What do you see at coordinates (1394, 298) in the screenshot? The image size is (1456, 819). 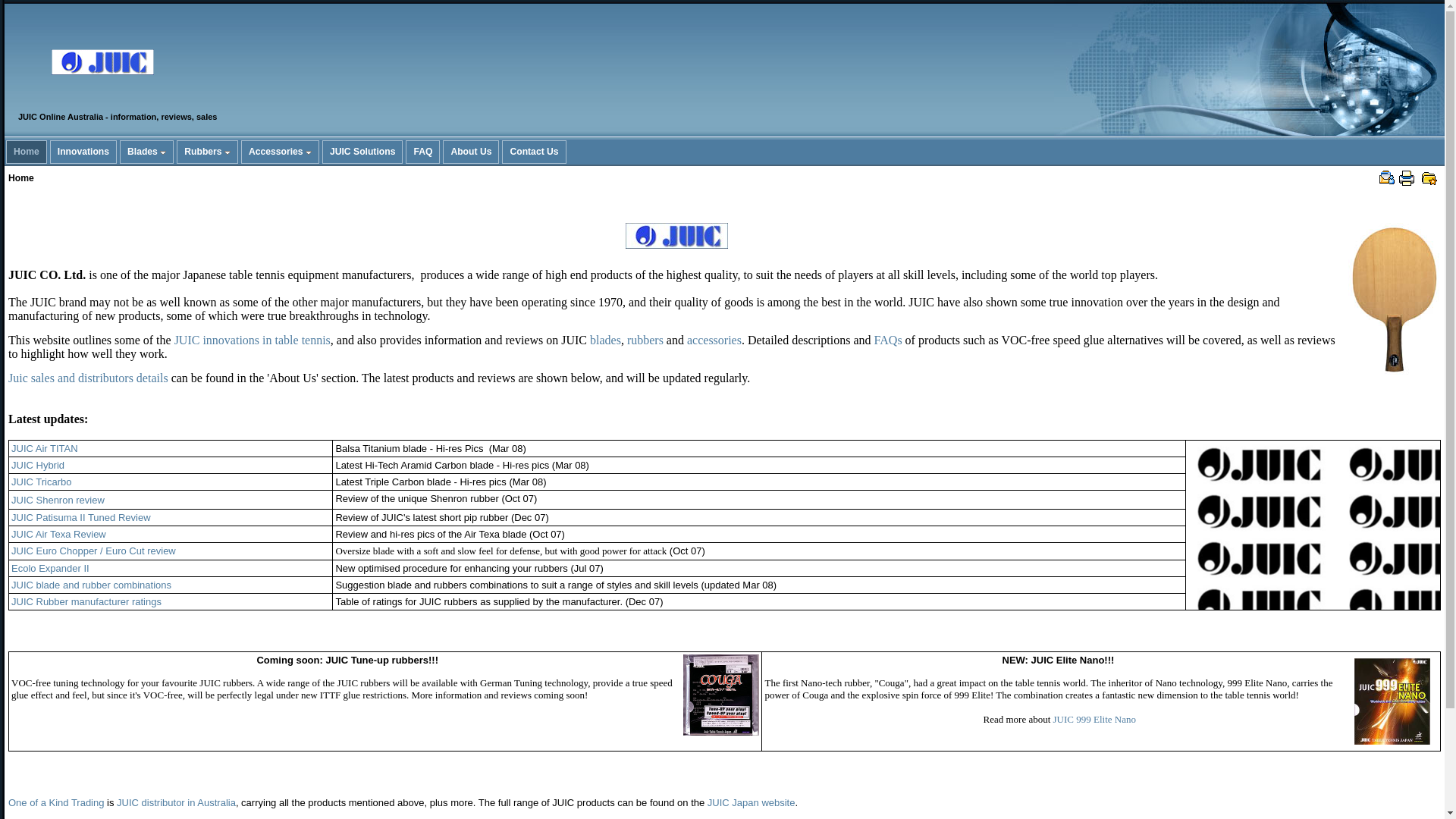 I see `'JUIC Kiso Hinoki'` at bounding box center [1394, 298].